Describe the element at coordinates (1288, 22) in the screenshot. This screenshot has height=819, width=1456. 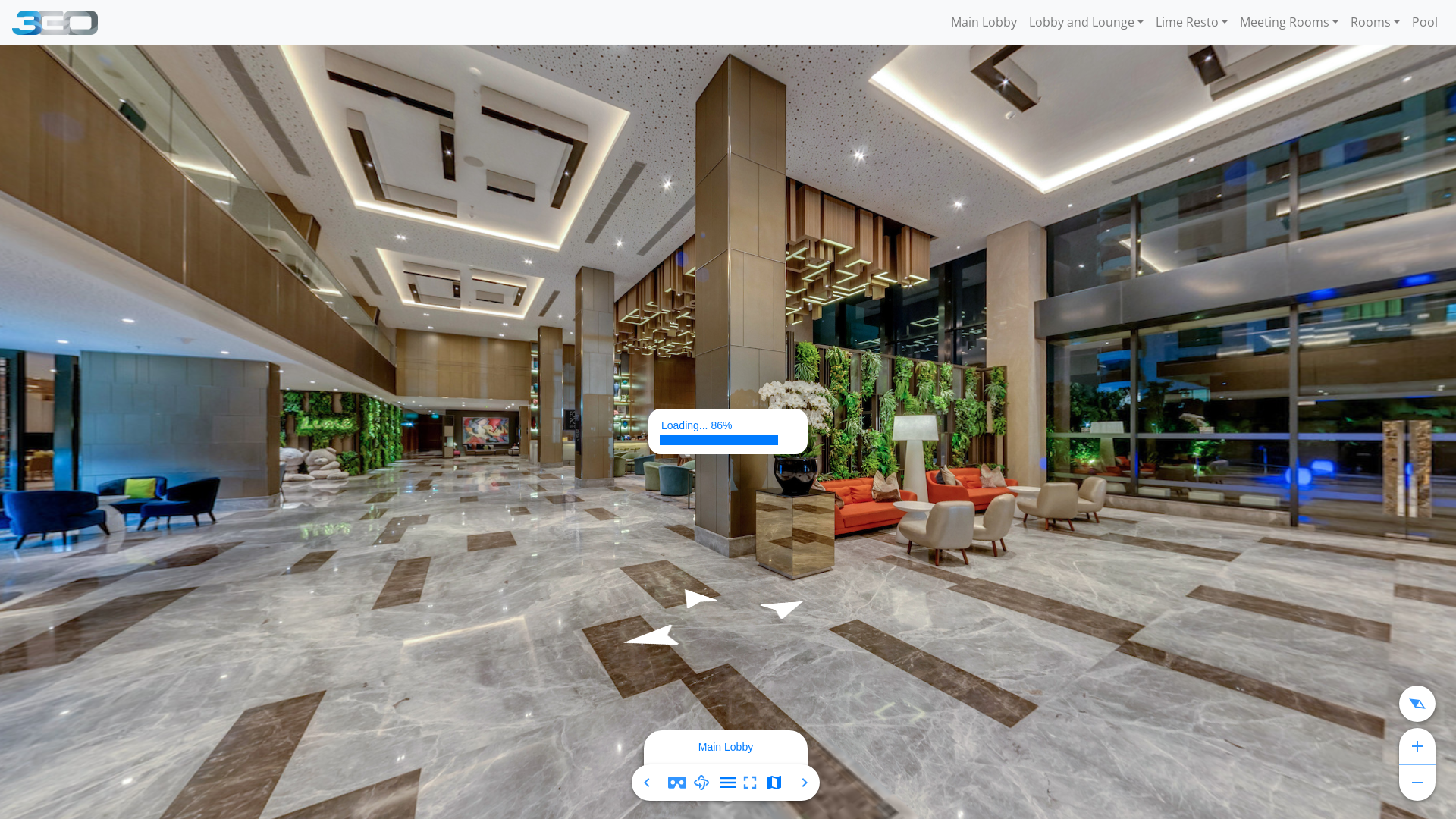
I see `'Meeting Rooms'` at that location.